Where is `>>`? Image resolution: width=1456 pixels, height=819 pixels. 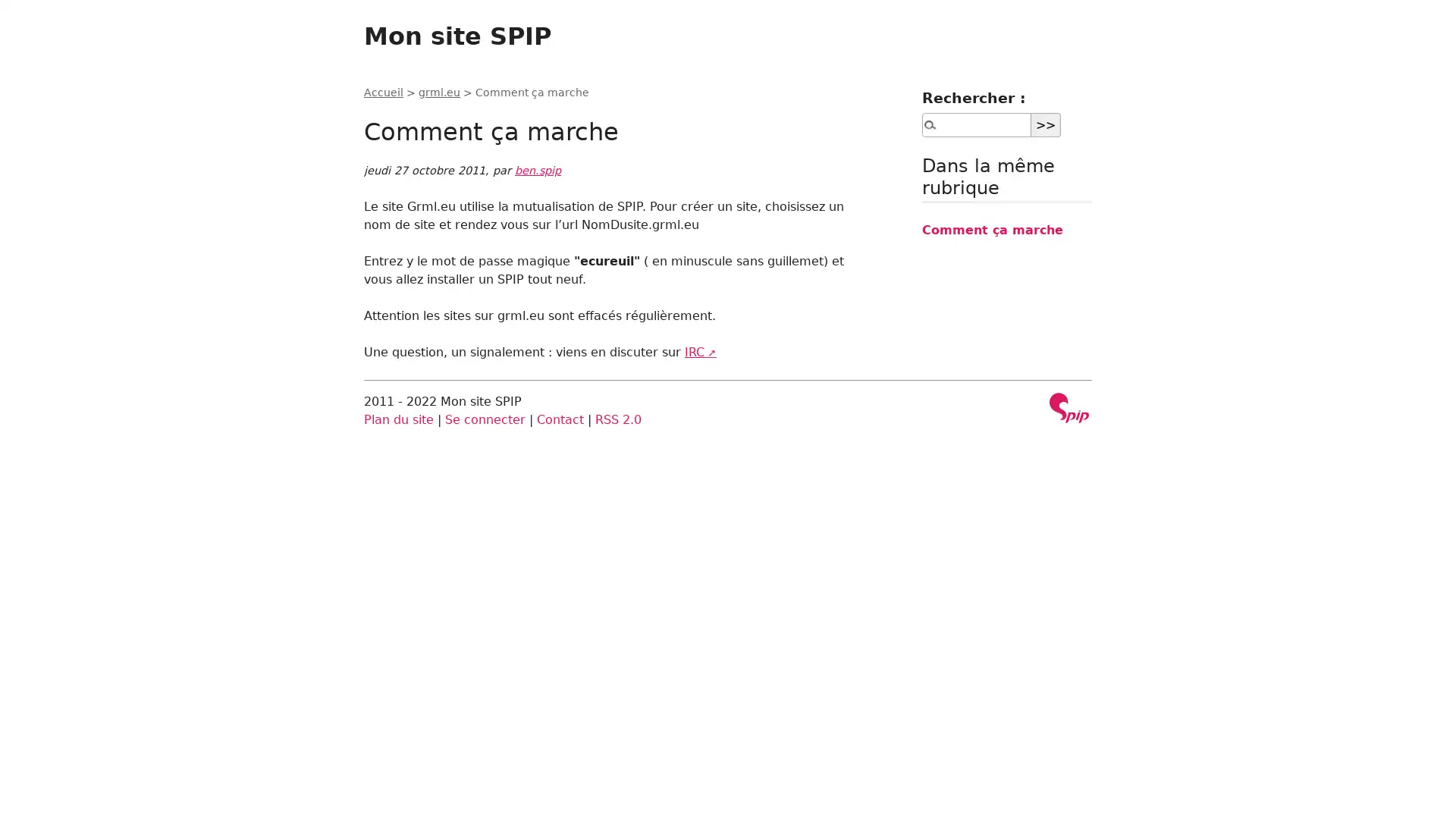 >> is located at coordinates (1045, 124).